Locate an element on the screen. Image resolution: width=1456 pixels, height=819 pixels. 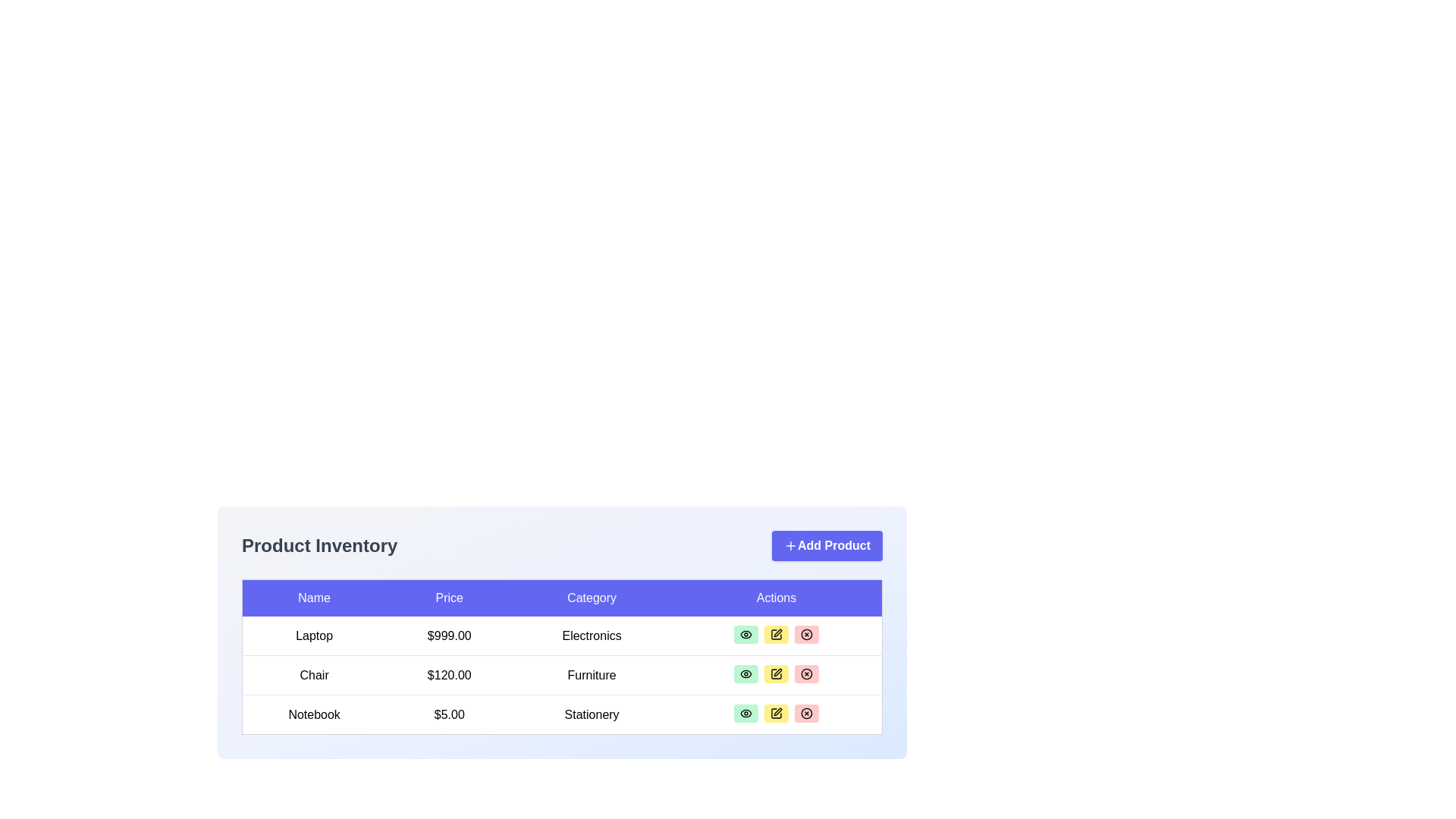
the Text label that identifies the category of the product in the first row of the 'Product Inventory' table, located in the third column is located at coordinates (591, 635).